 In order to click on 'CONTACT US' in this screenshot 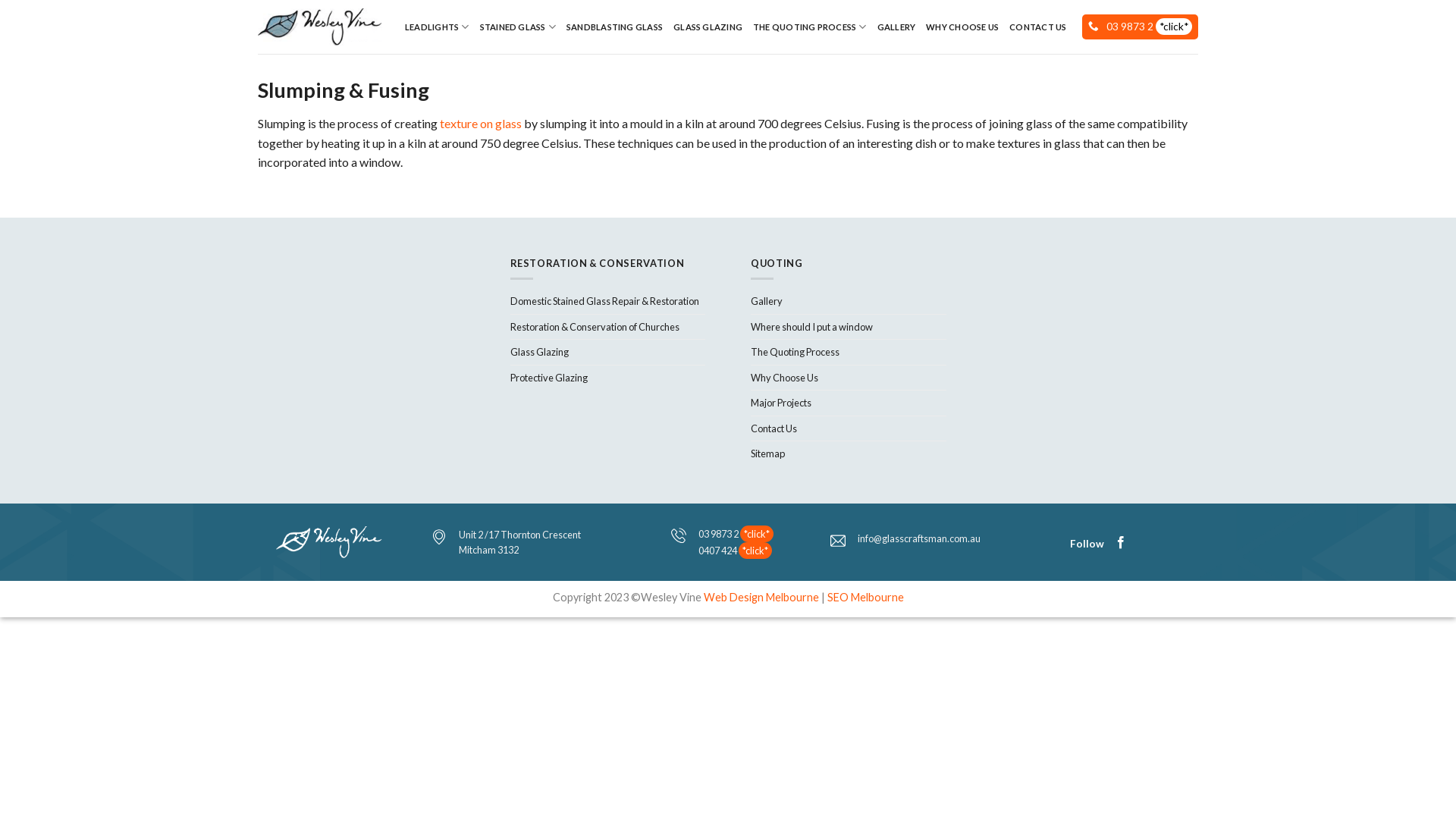, I will do `click(1037, 27)`.